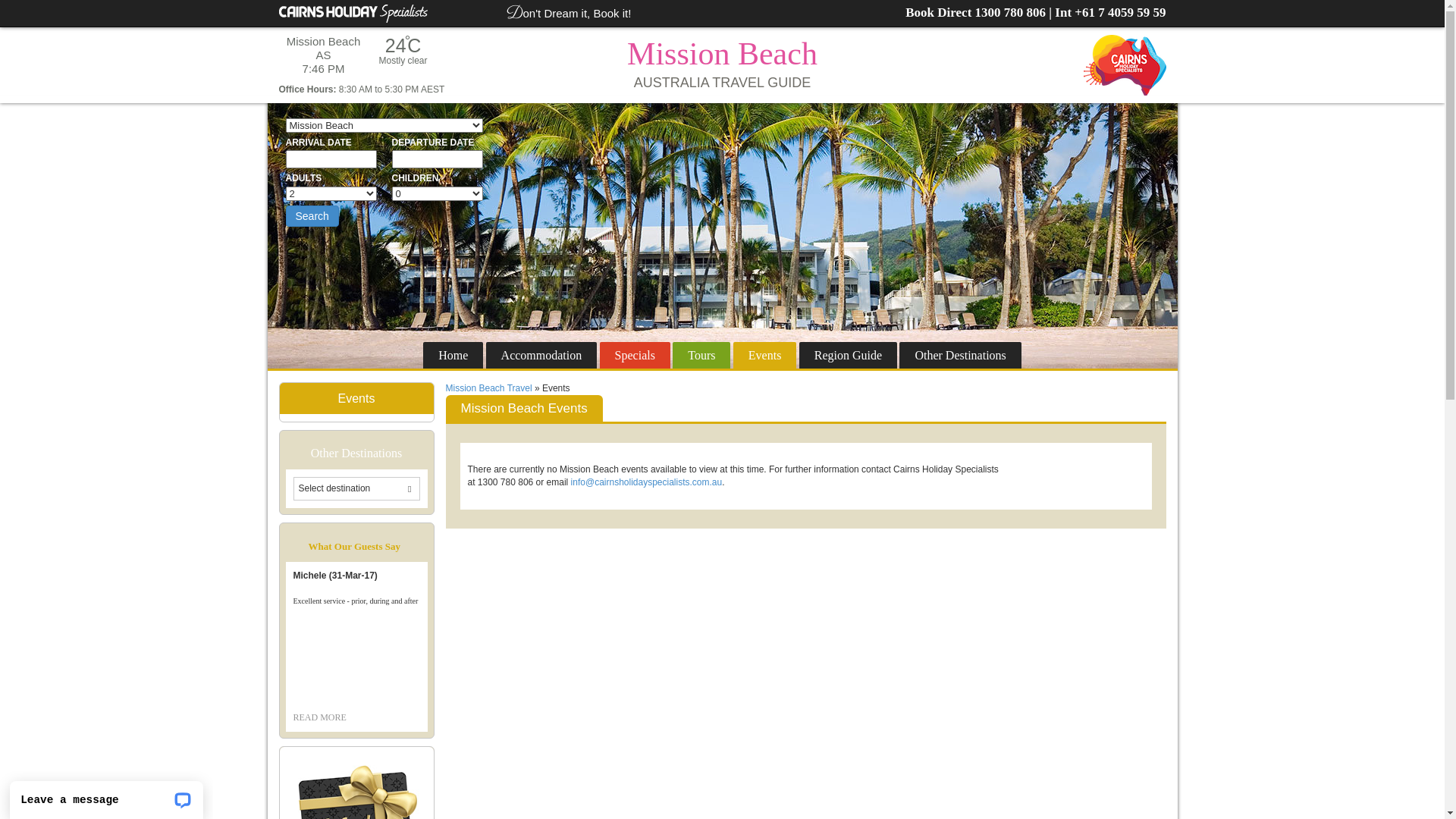  Describe the element at coordinates (422, 355) in the screenshot. I see `'Home'` at that location.